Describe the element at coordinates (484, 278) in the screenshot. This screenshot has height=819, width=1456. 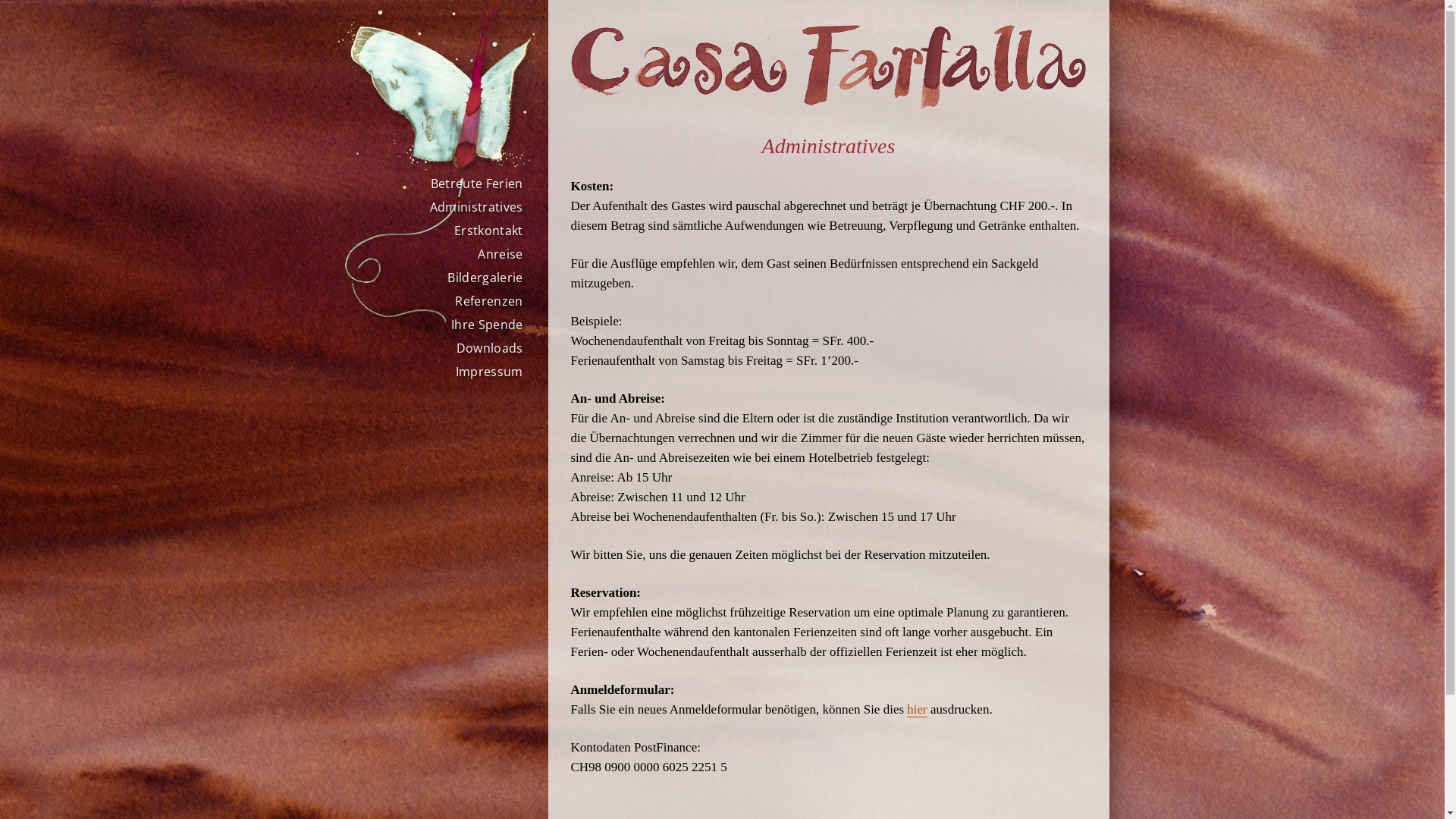
I see `'Bildergalerie'` at that location.